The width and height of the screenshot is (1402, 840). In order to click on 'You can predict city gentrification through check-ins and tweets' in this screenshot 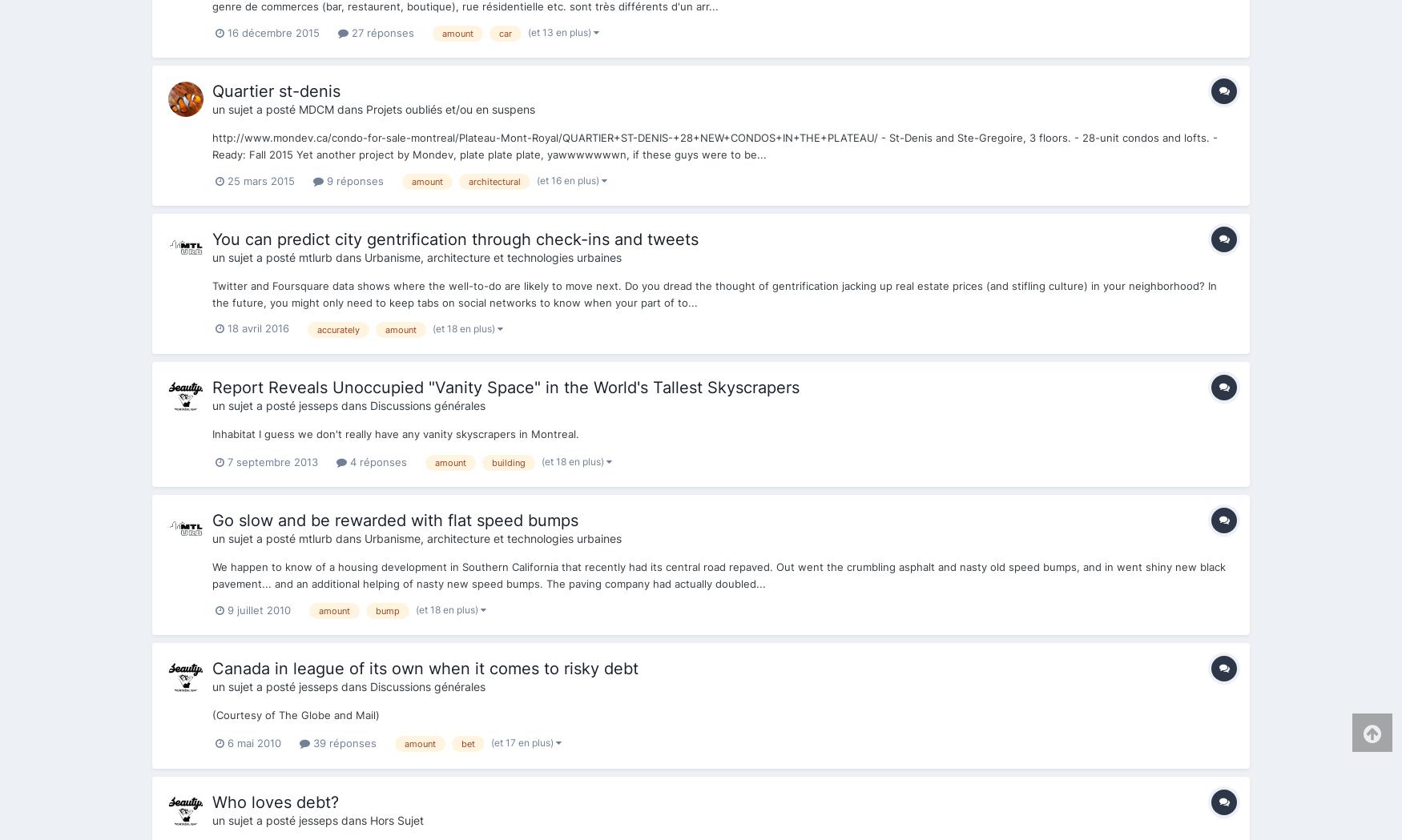, I will do `click(455, 239)`.